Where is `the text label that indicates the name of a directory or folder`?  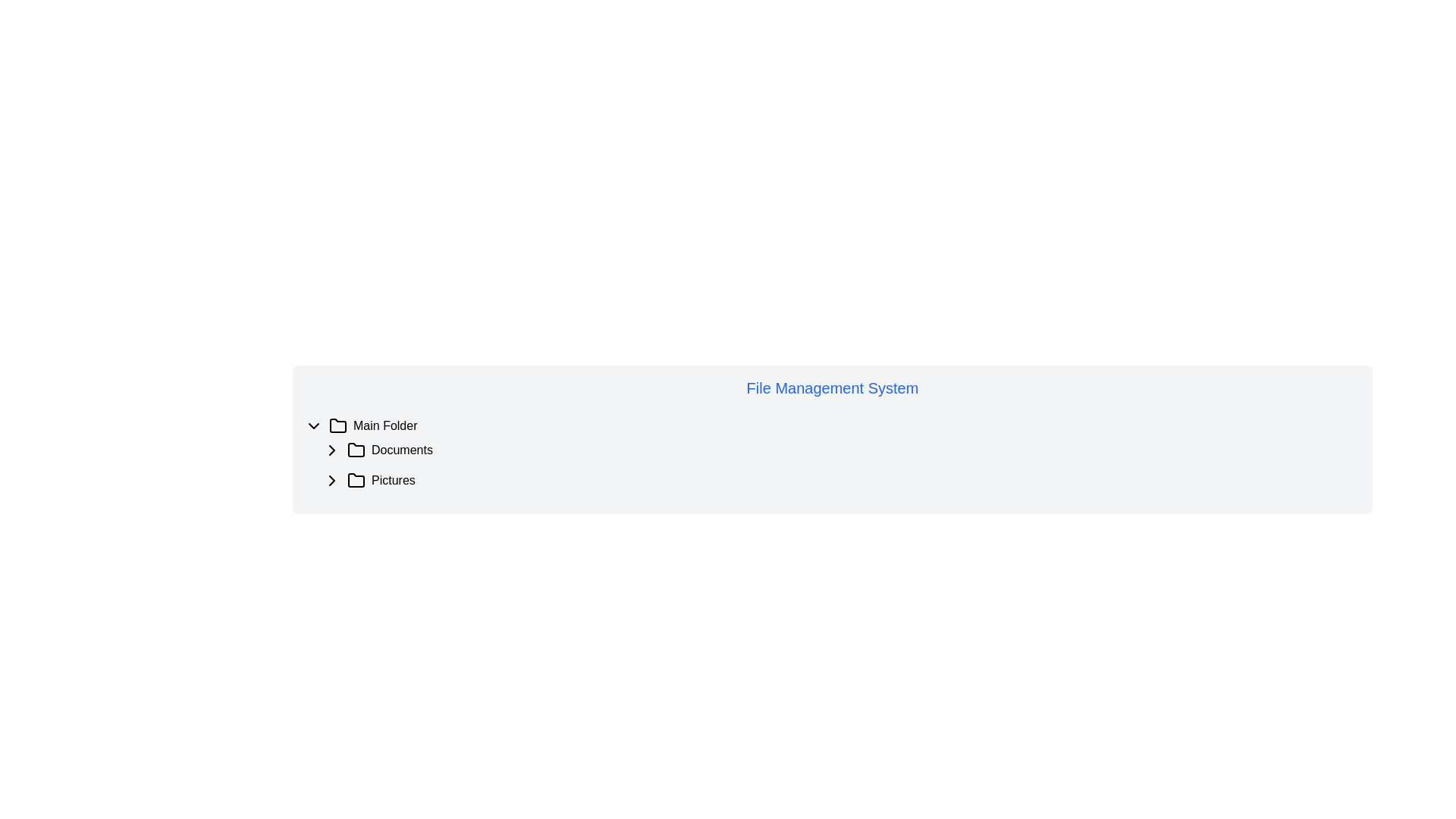 the text label that indicates the name of a directory or folder is located at coordinates (385, 426).